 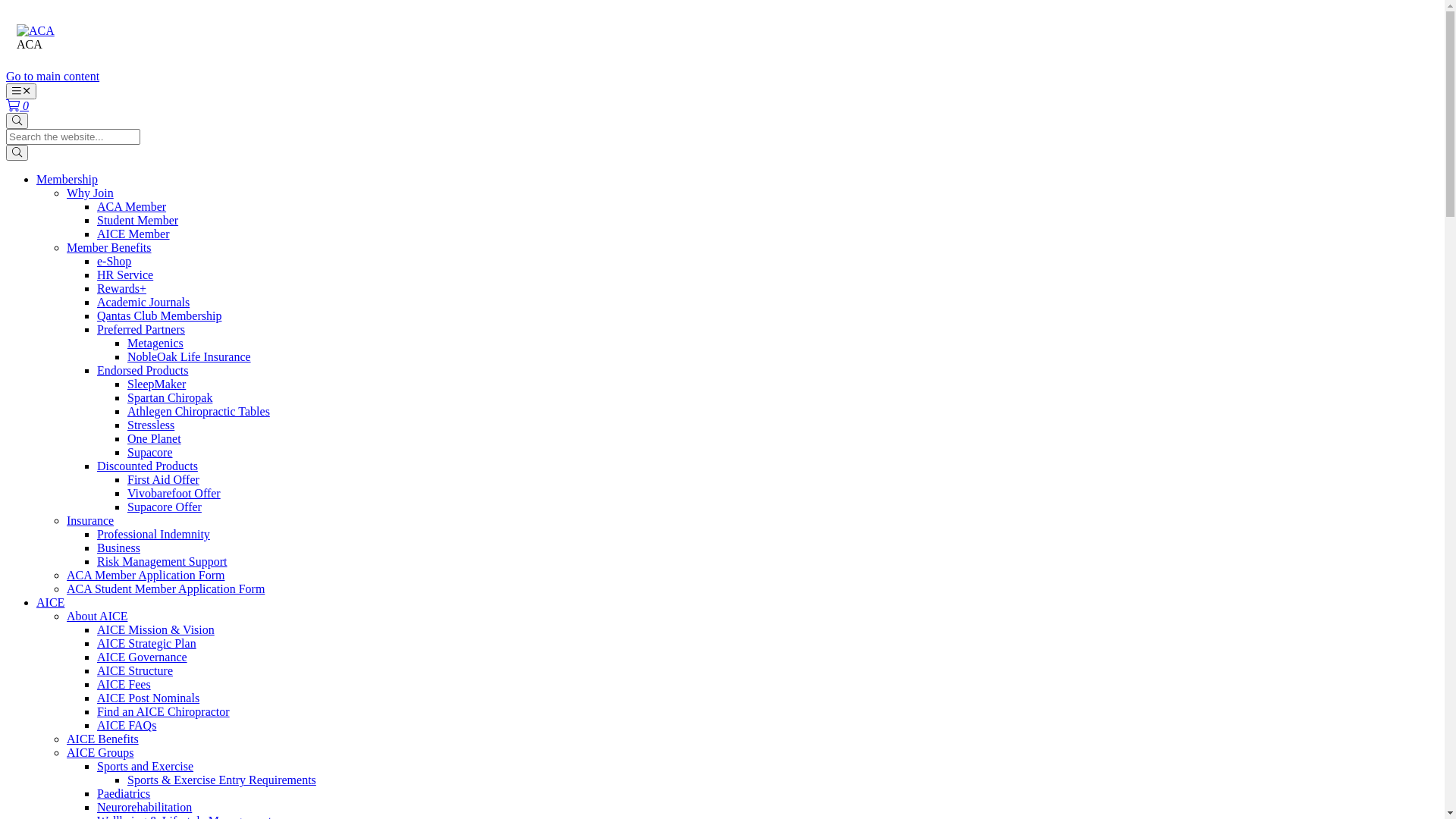 I want to click on 'Academic Journals', so click(x=143, y=302).